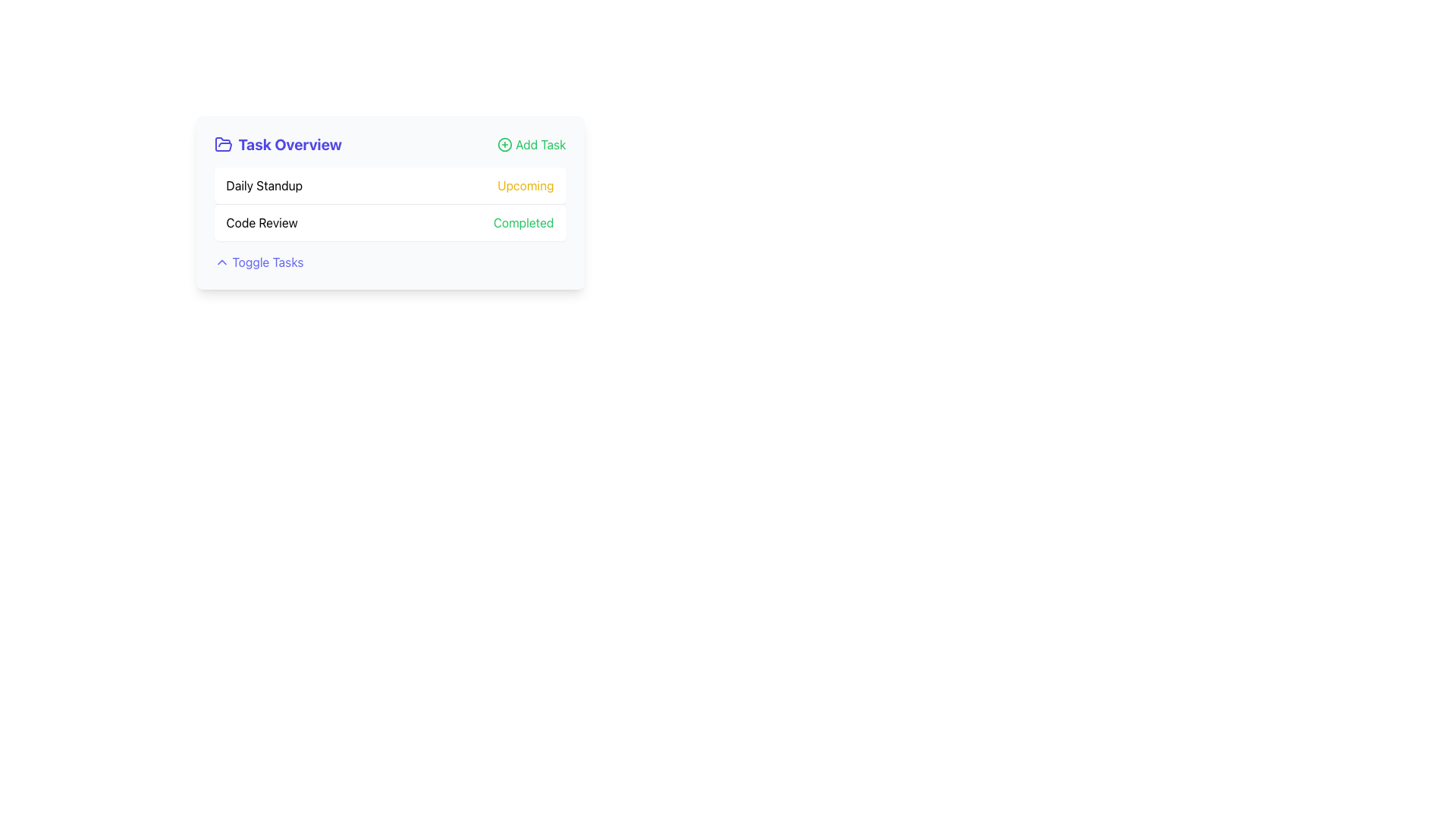  Describe the element at coordinates (526, 185) in the screenshot. I see `the Static Text Label indicating the status of the 'Daily Standup' task, which is positioned under the 'Task Overview' section` at that location.